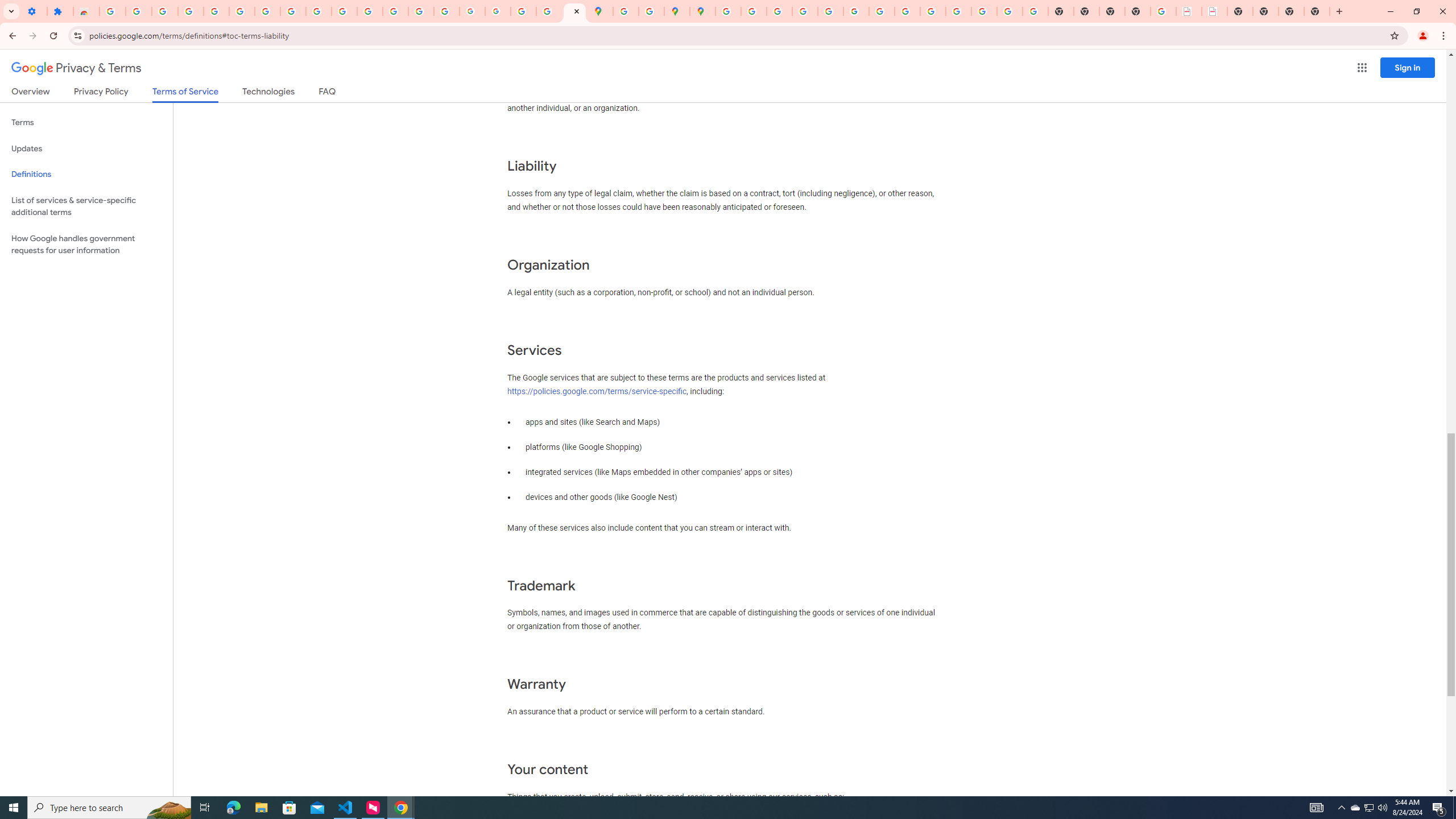 This screenshot has width=1456, height=819. I want to click on 'New Tab', so click(1338, 11).